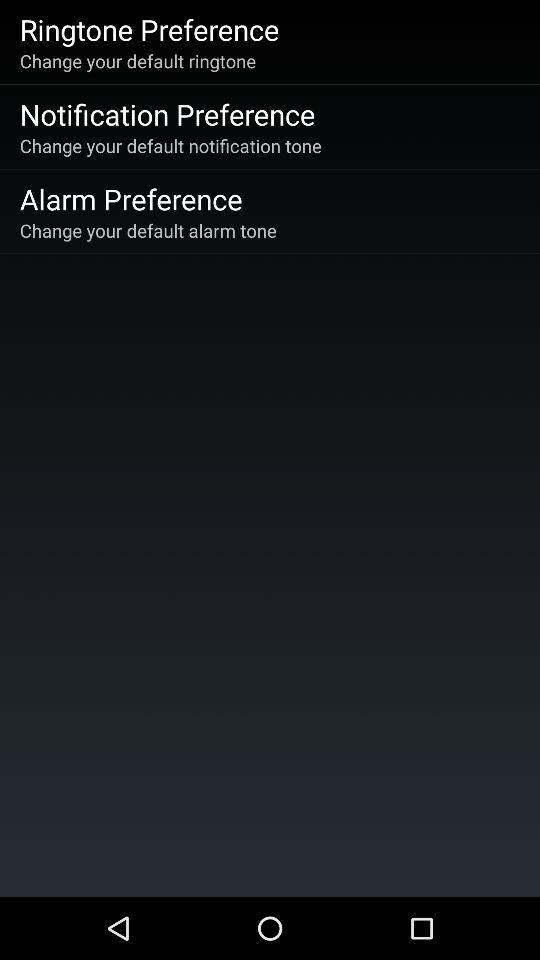 Image resolution: width=540 pixels, height=960 pixels. I want to click on app above the change your default item, so click(166, 114).